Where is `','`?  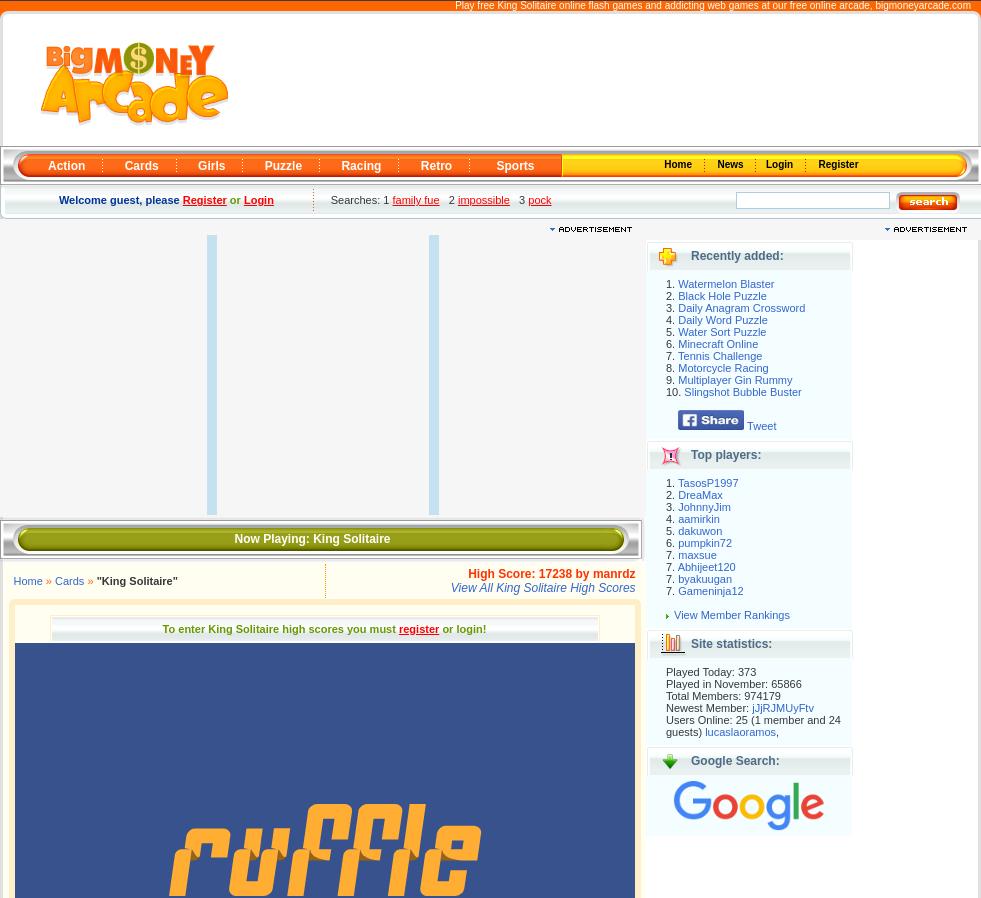
',' is located at coordinates (777, 731).